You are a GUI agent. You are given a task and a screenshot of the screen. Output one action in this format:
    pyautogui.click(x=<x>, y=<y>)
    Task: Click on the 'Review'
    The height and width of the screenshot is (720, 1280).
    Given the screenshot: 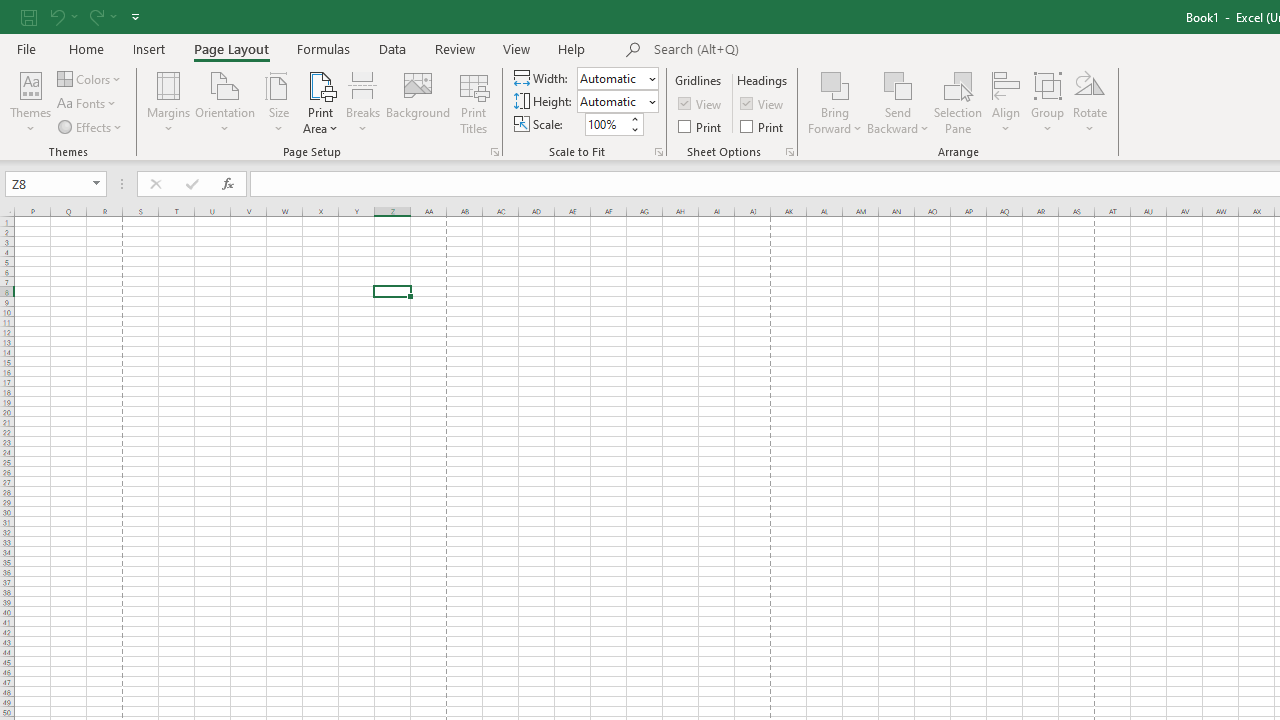 What is the action you would take?
    pyautogui.click(x=454, y=48)
    